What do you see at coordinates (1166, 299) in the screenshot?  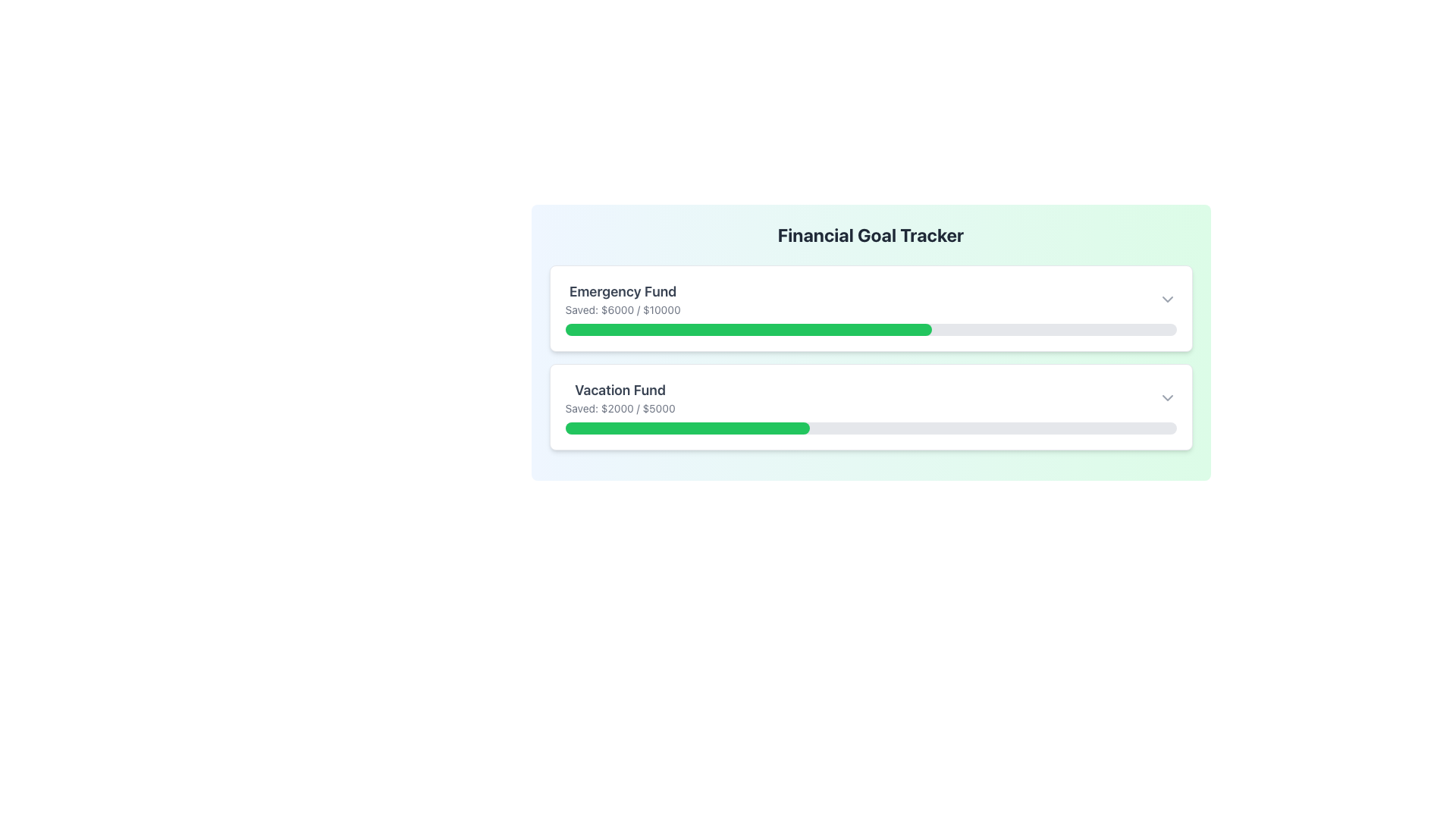 I see `the dropdown toggle button icon resembling a downward-facing chevron arrow located at the rightmost part of the 'Emergency Fund' section to trigger the color change effect` at bounding box center [1166, 299].